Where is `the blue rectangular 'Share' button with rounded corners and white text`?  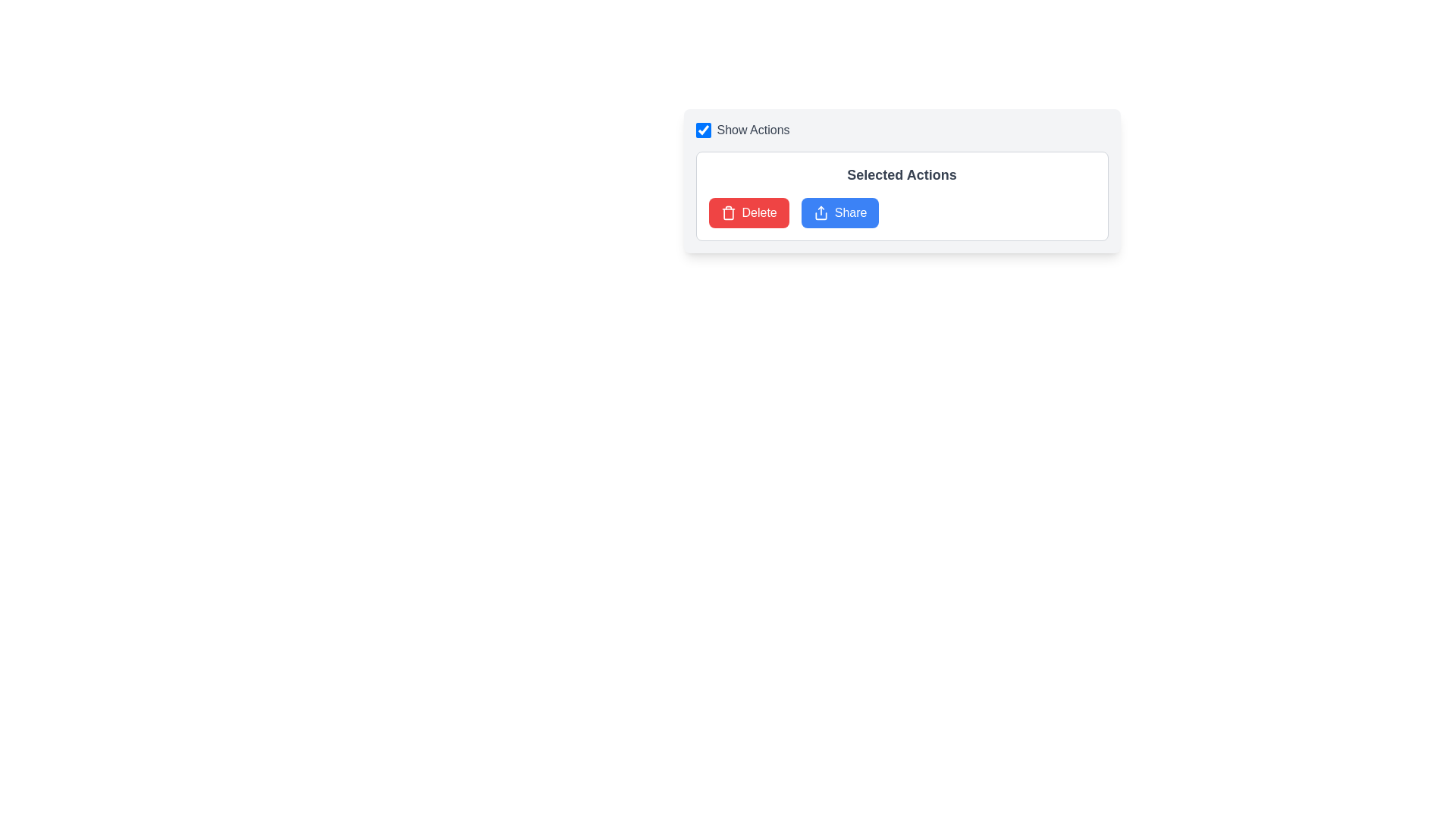
the blue rectangular 'Share' button with rounded corners and white text is located at coordinates (839, 213).